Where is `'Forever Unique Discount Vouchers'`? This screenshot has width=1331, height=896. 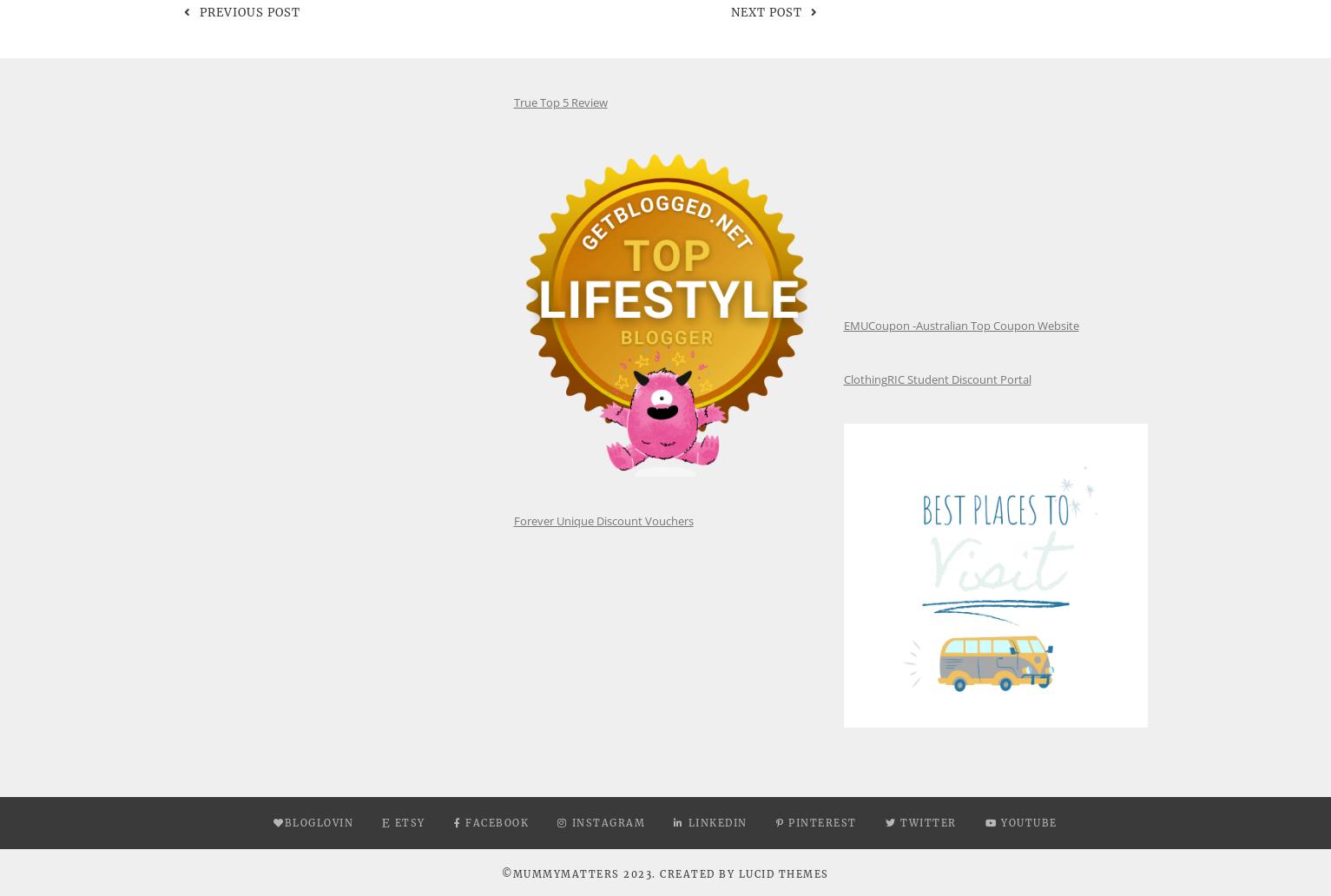
'Forever Unique Discount Vouchers' is located at coordinates (603, 521).